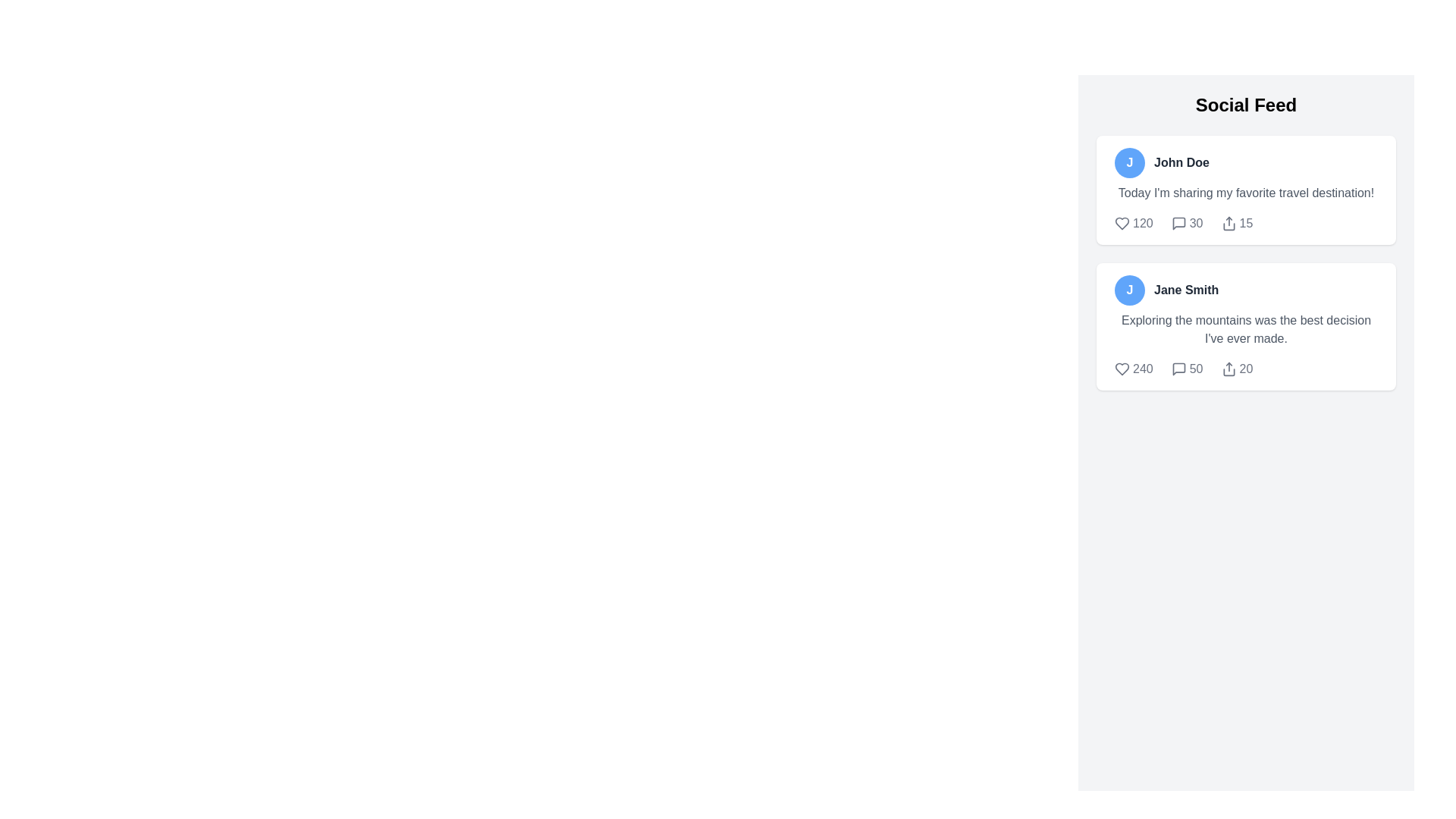 The width and height of the screenshot is (1456, 819). Describe the element at coordinates (1178, 223) in the screenshot. I see `the comment icon located in the post interaction control panel of the Social Feed section` at that location.